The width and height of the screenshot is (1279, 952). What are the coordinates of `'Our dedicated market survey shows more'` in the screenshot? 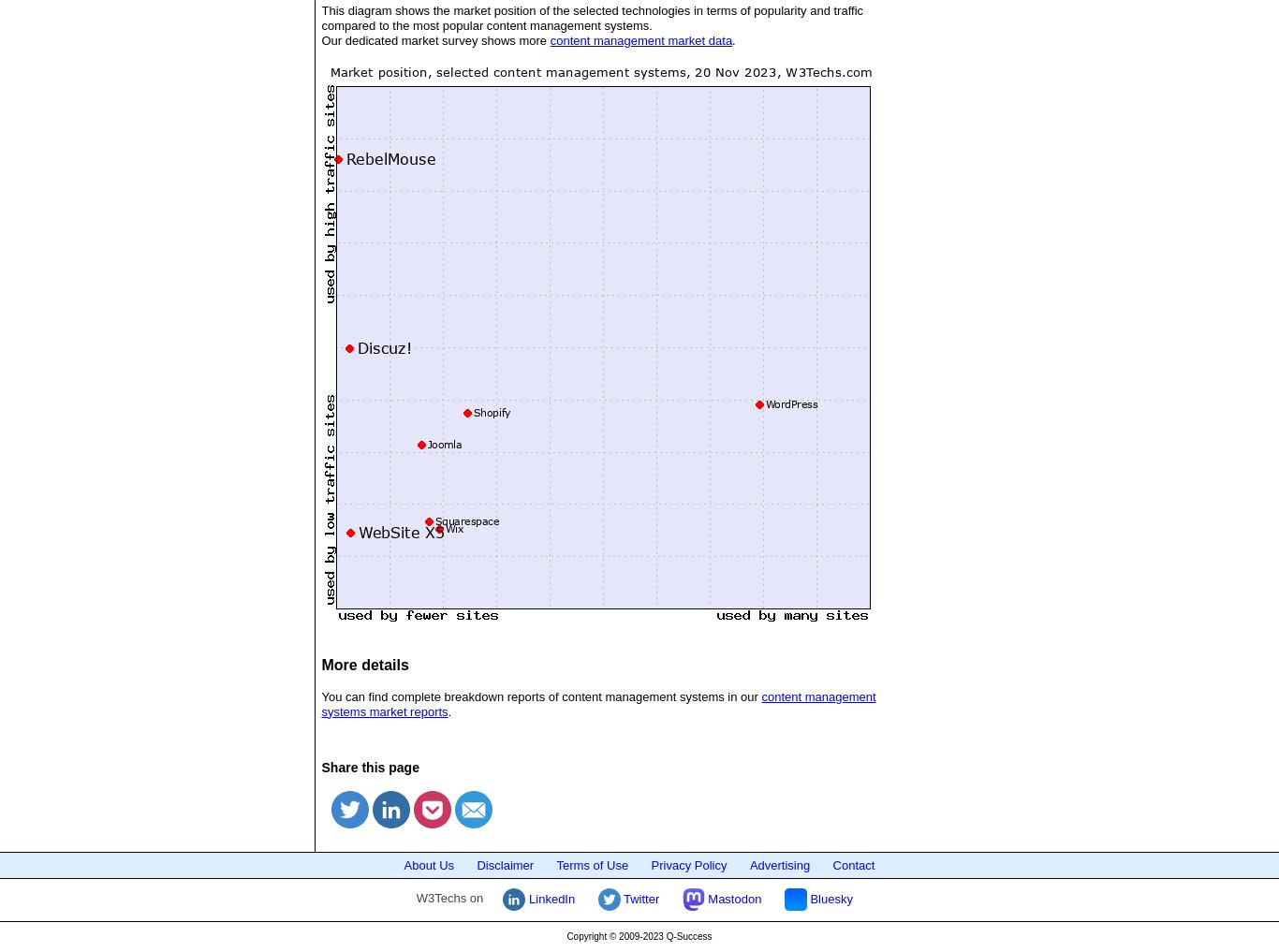 It's located at (434, 38).